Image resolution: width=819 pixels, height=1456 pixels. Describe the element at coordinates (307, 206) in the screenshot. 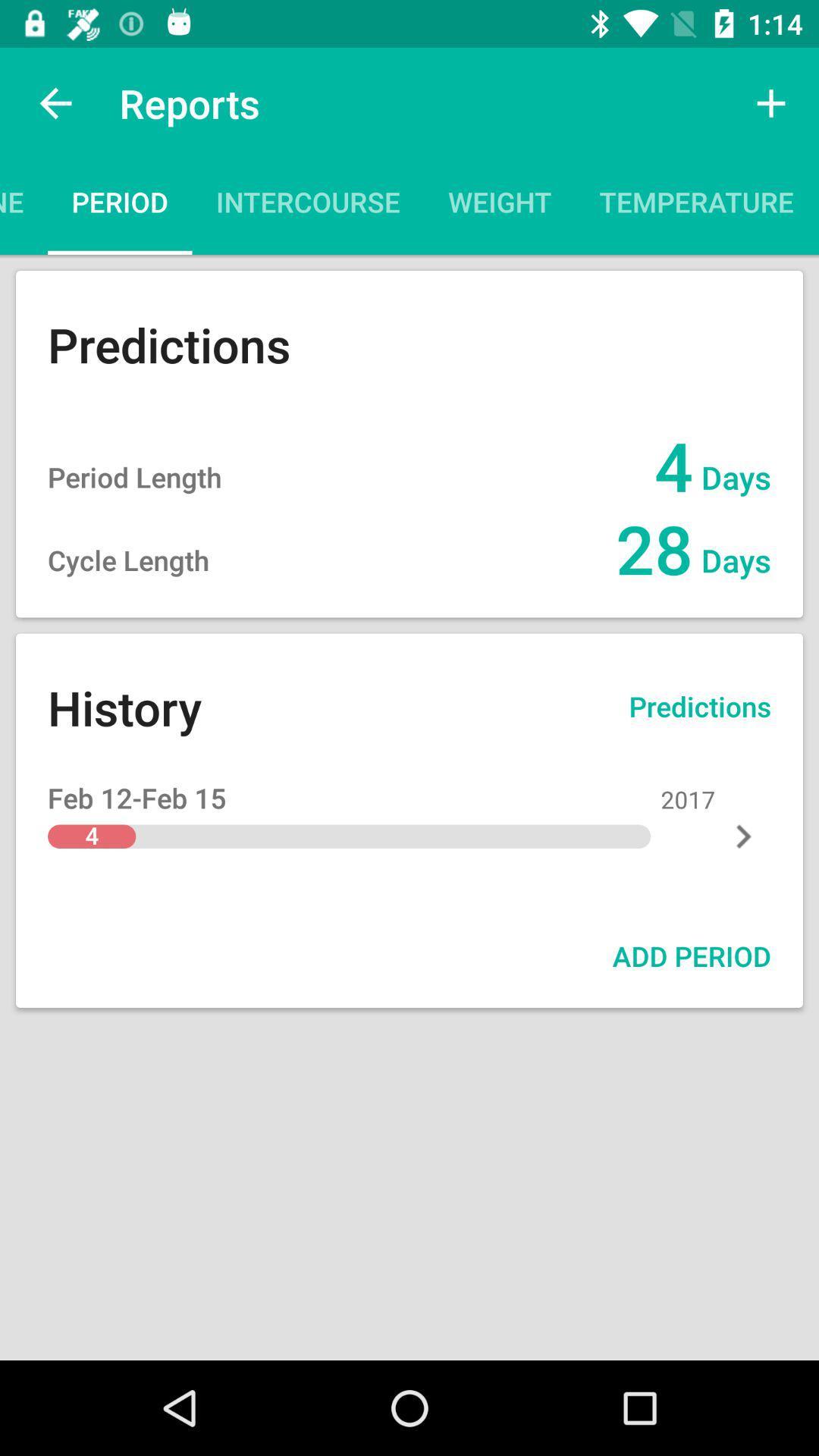

I see `the intercourse item` at that location.